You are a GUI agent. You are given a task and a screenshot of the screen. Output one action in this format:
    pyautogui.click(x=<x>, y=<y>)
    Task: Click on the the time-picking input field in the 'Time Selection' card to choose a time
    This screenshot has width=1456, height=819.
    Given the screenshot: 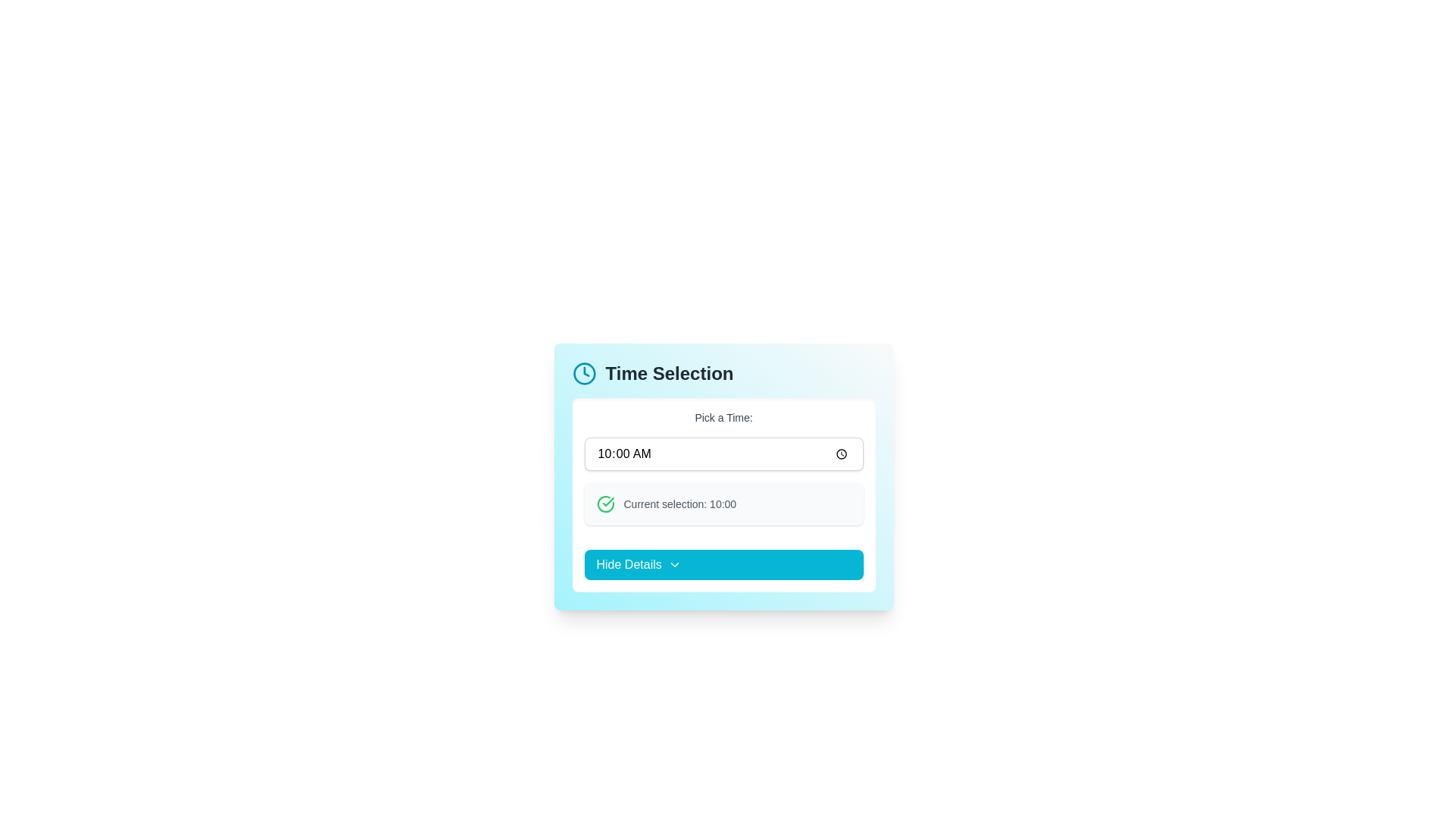 What is the action you would take?
    pyautogui.click(x=723, y=475)
    